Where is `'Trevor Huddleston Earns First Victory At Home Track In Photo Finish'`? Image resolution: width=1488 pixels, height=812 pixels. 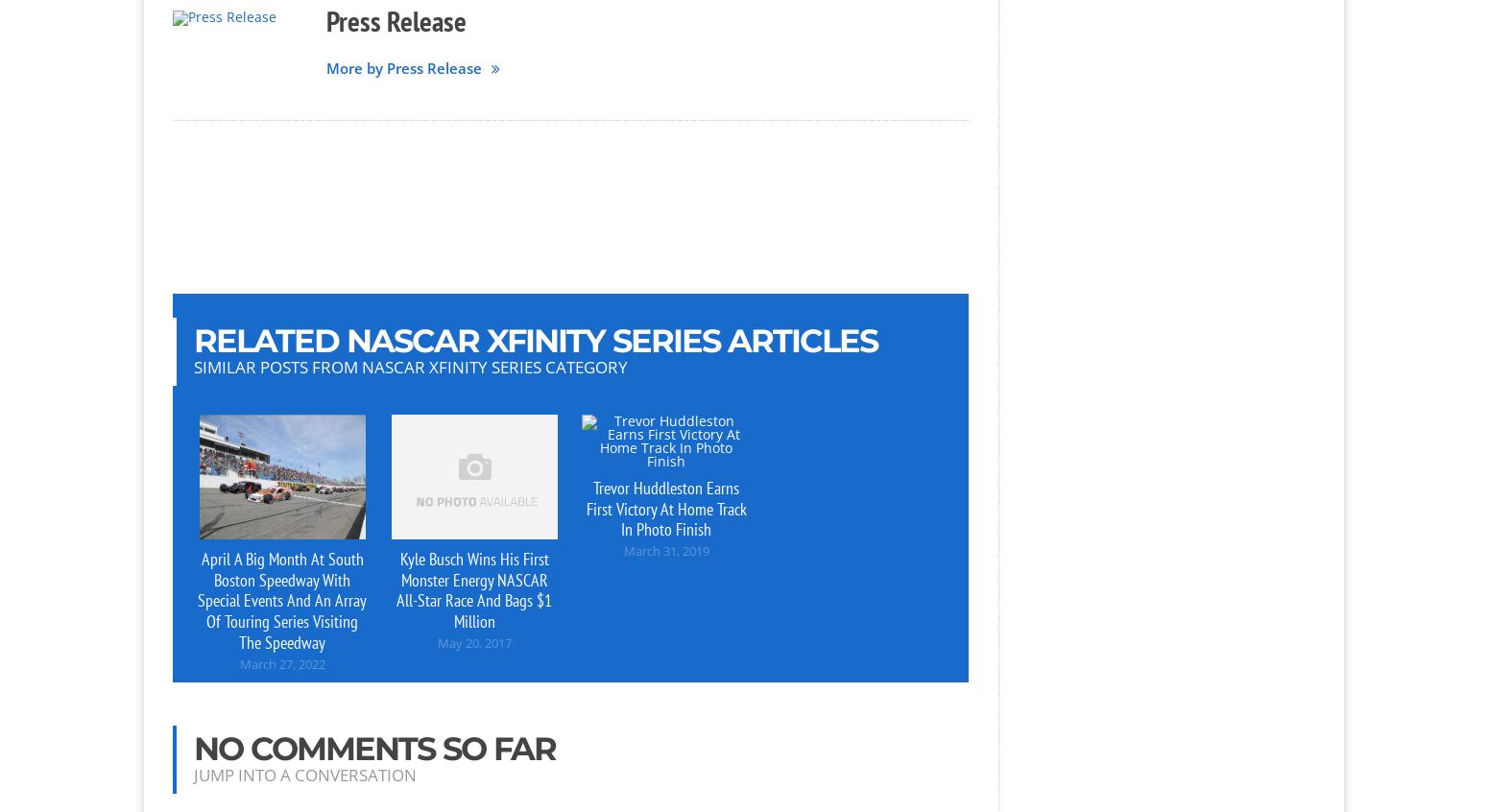 'Trevor Huddleston Earns First Victory At Home Track In Photo Finish' is located at coordinates (664, 508).